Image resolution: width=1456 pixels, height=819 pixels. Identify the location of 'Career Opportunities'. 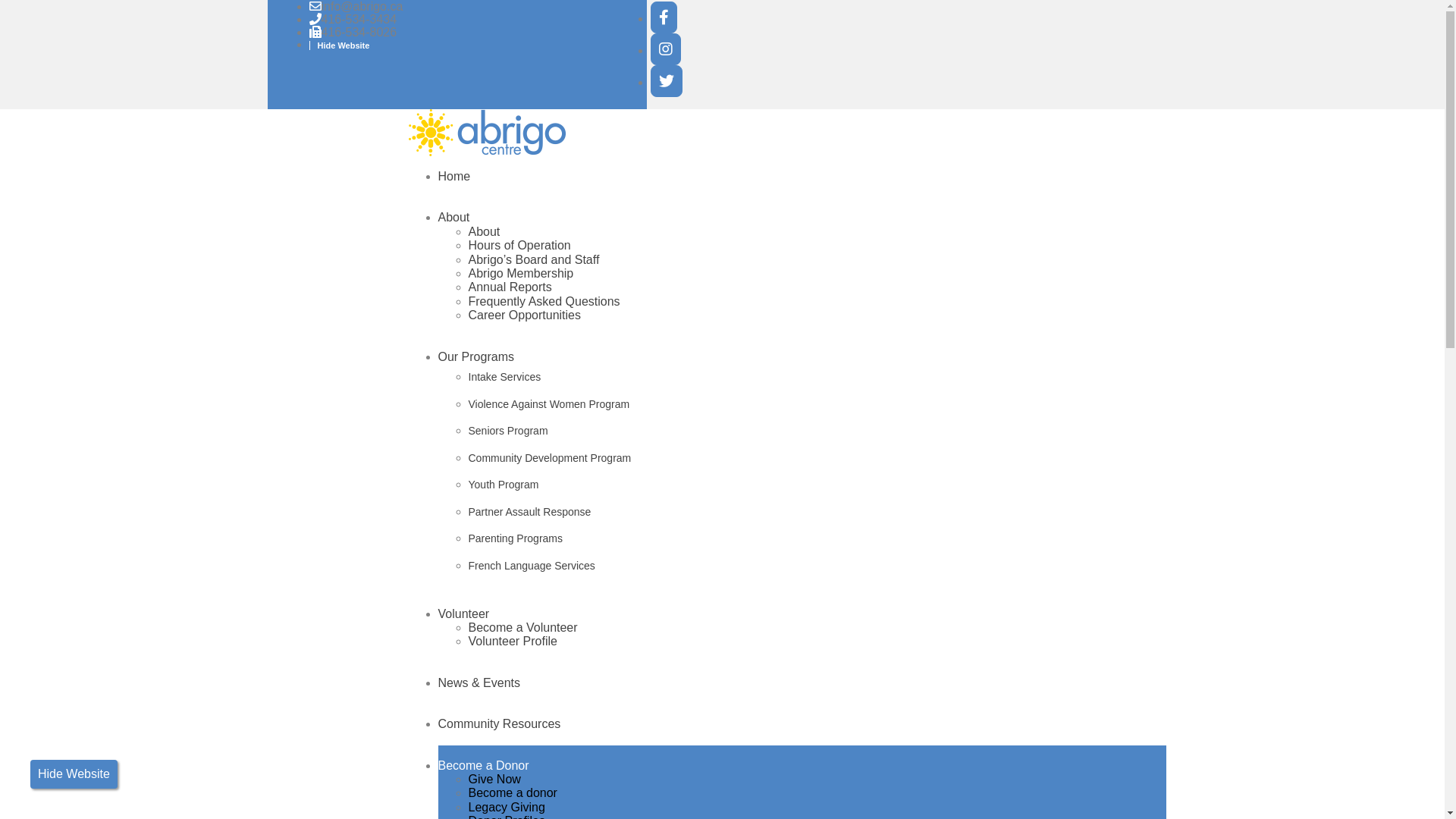
(525, 314).